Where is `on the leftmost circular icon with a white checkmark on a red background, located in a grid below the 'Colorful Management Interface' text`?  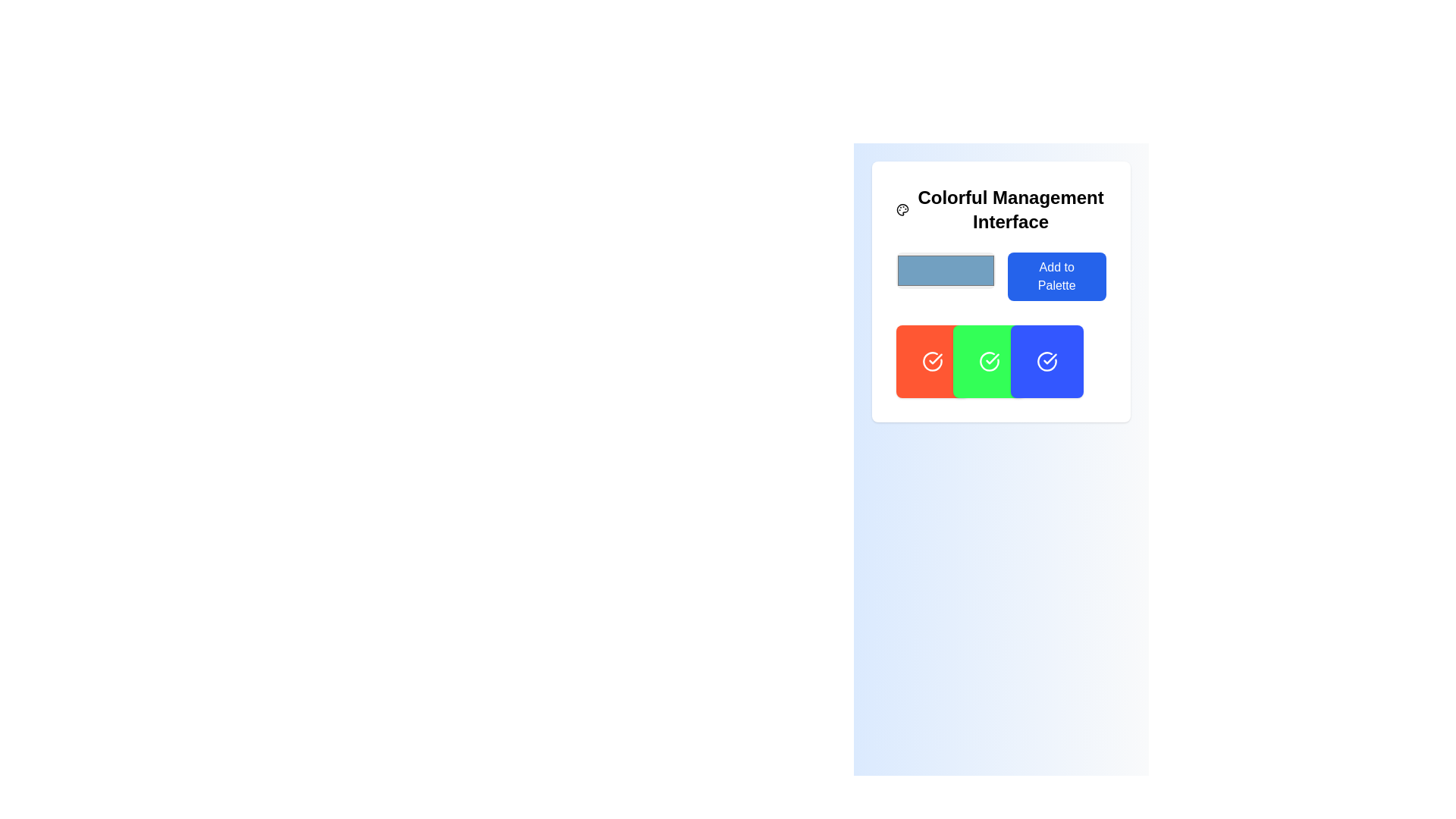 on the leftmost circular icon with a white checkmark on a red background, located in a grid below the 'Colorful Management Interface' text is located at coordinates (931, 362).